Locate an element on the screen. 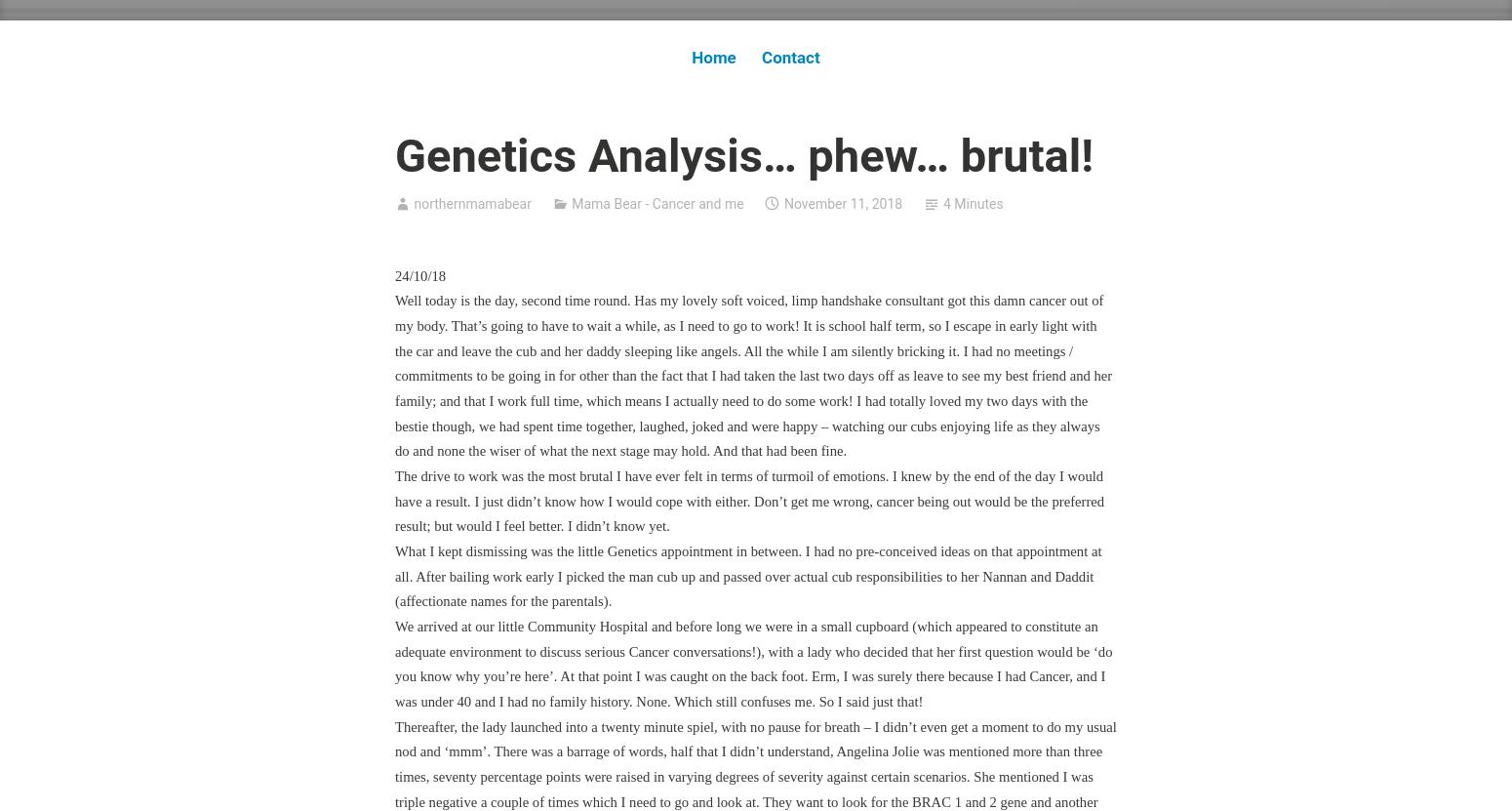 This screenshot has width=1512, height=811. 'Home' is located at coordinates (713, 56).